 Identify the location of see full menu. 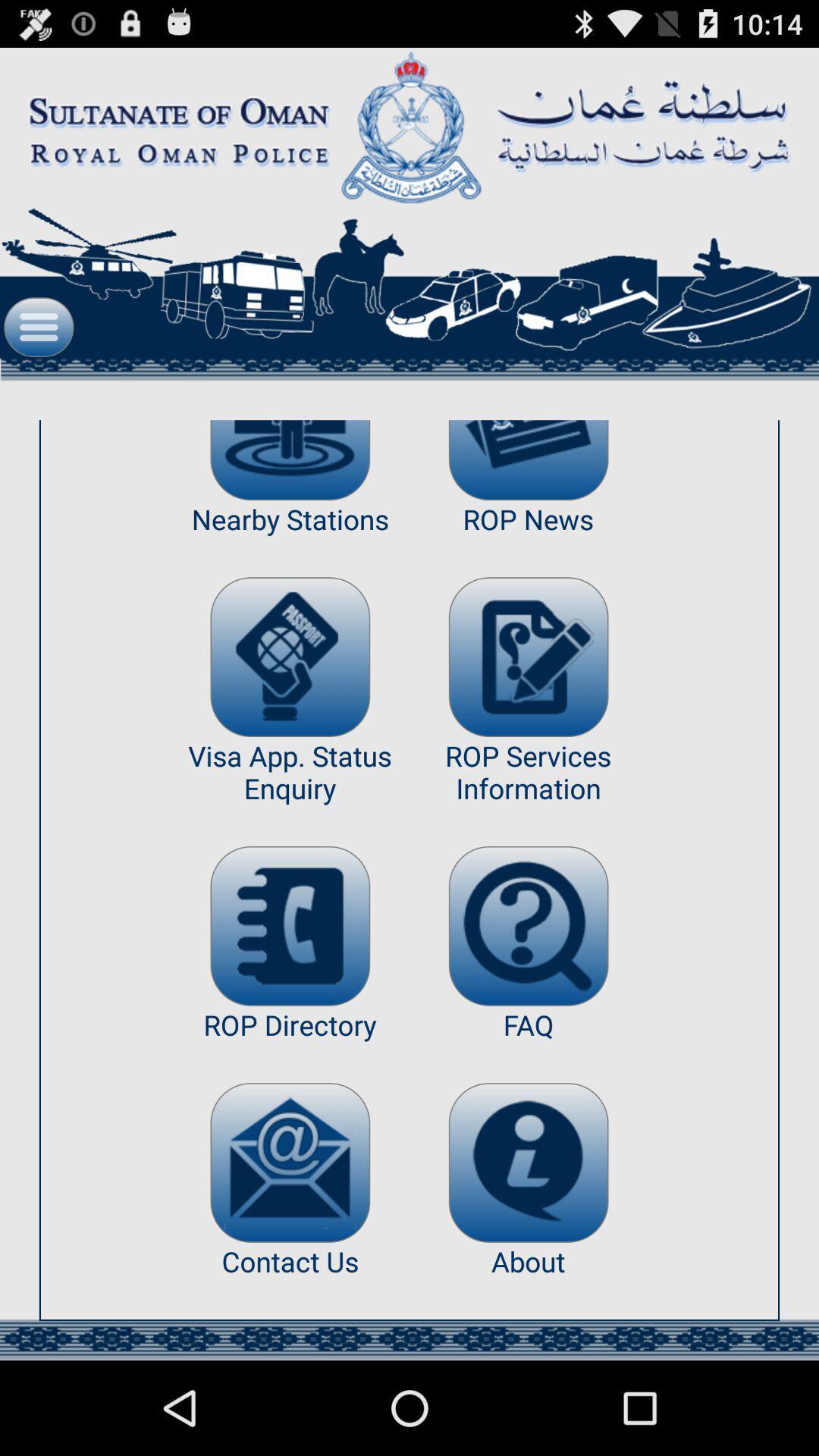
(38, 326).